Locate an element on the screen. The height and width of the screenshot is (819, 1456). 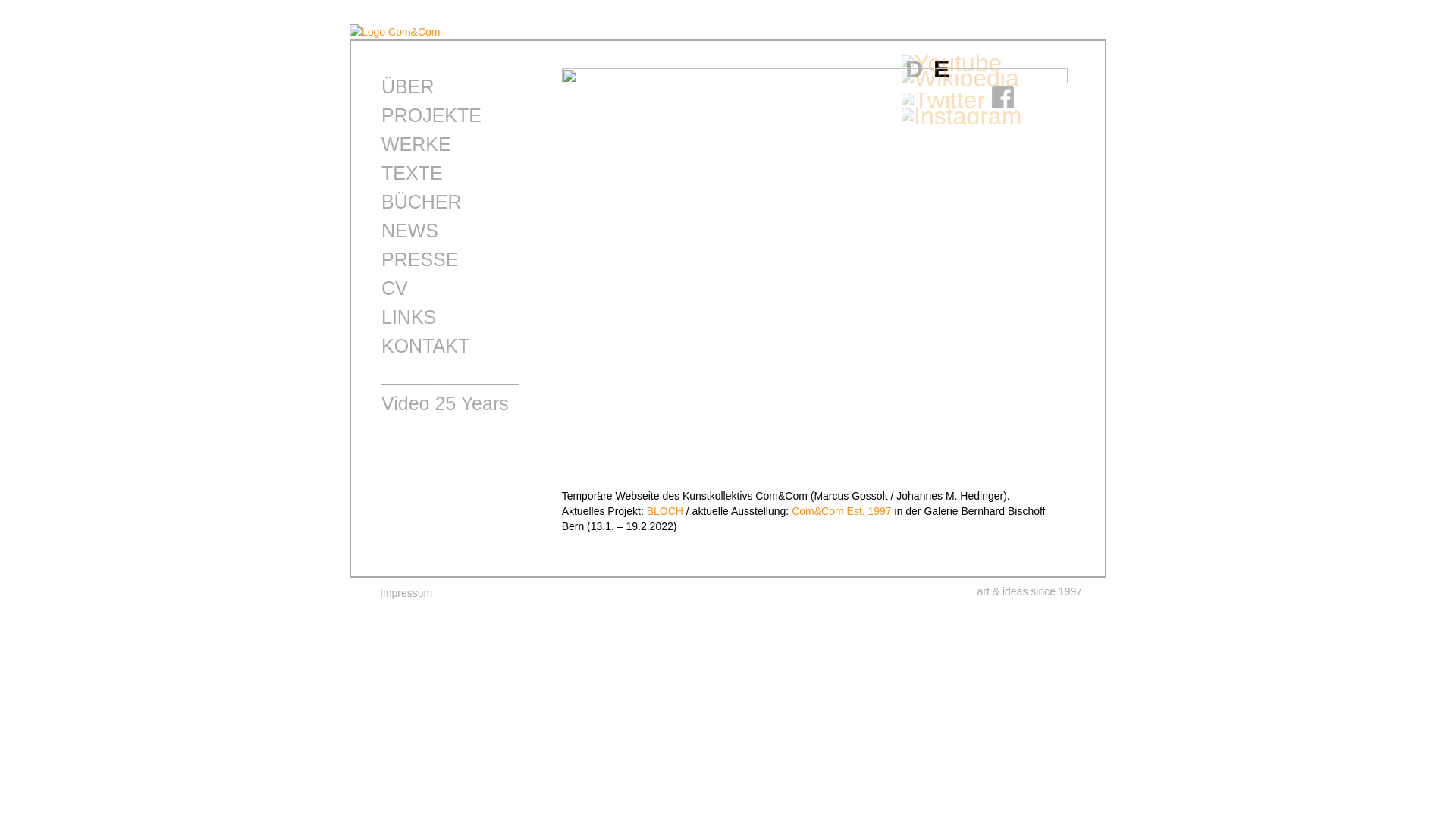
'Facebook' is located at coordinates (1003, 99).